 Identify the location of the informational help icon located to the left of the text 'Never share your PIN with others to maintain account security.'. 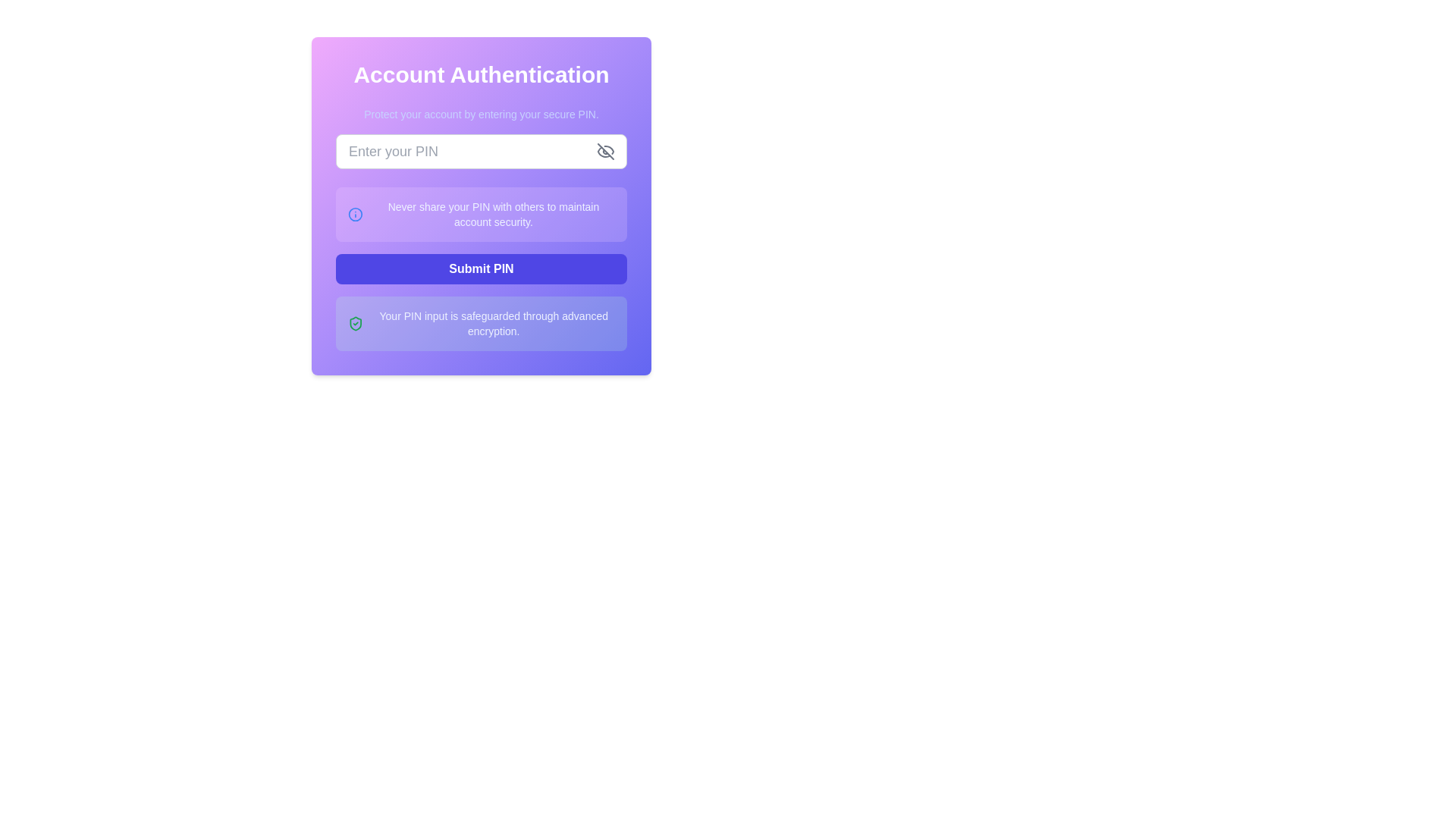
(354, 214).